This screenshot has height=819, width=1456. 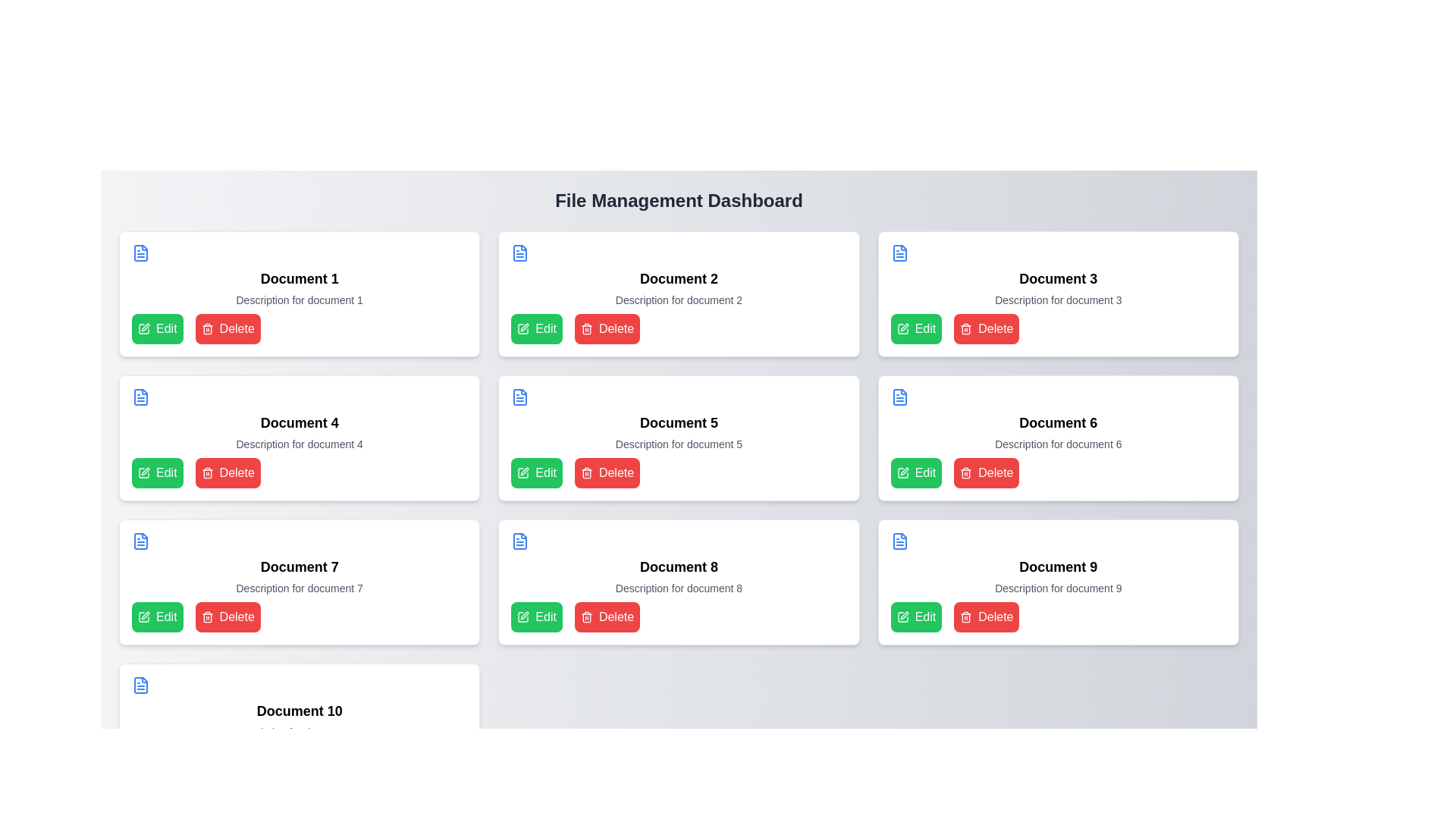 What do you see at coordinates (523, 472) in the screenshot?
I see `SVG properties of the 'Edit' icon located at the center-left of the 'Edit' button in the second document of the grid layout on the dashboard` at bounding box center [523, 472].